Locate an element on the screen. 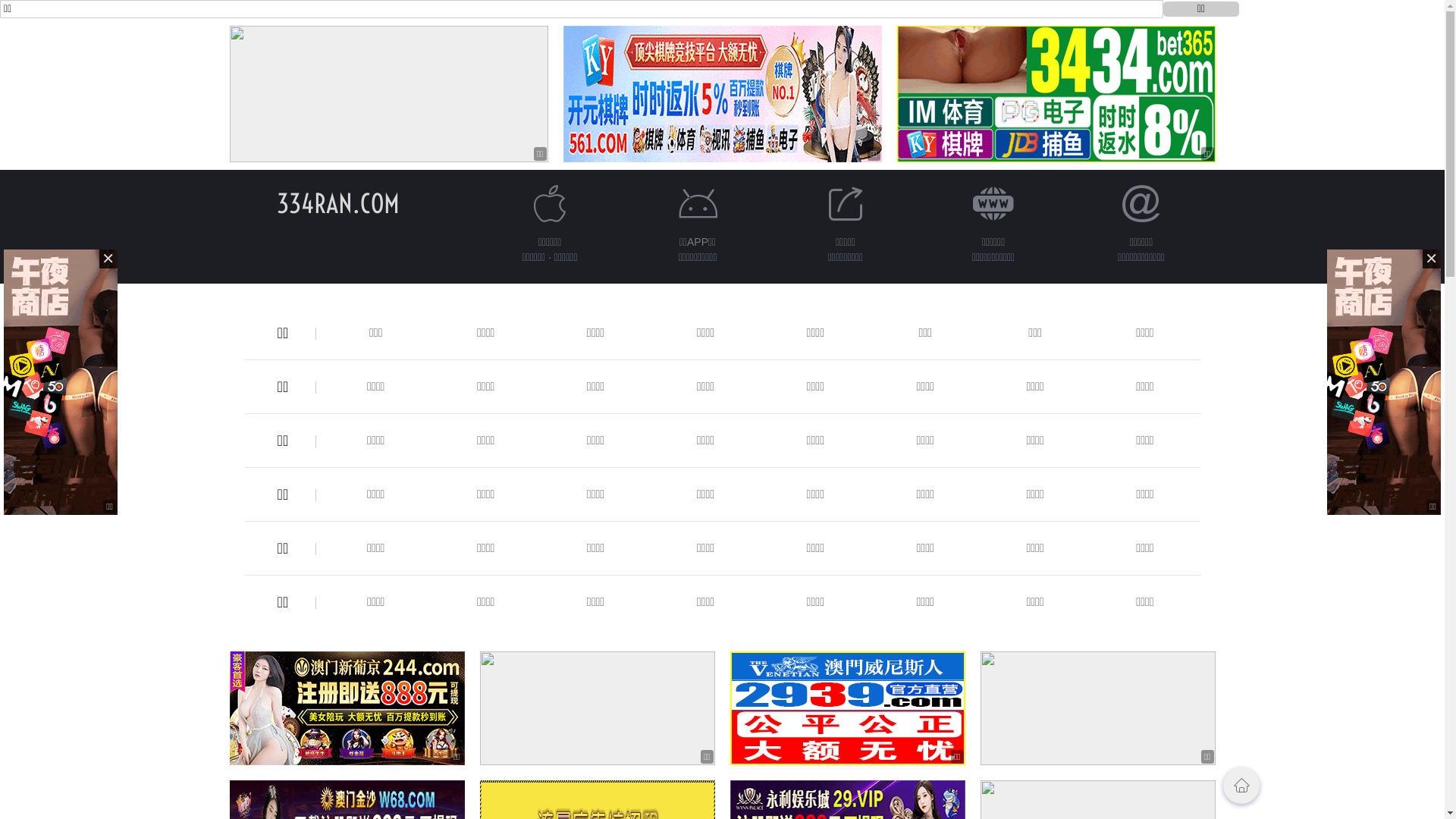  '334RAN.COM' is located at coordinates (337, 202).